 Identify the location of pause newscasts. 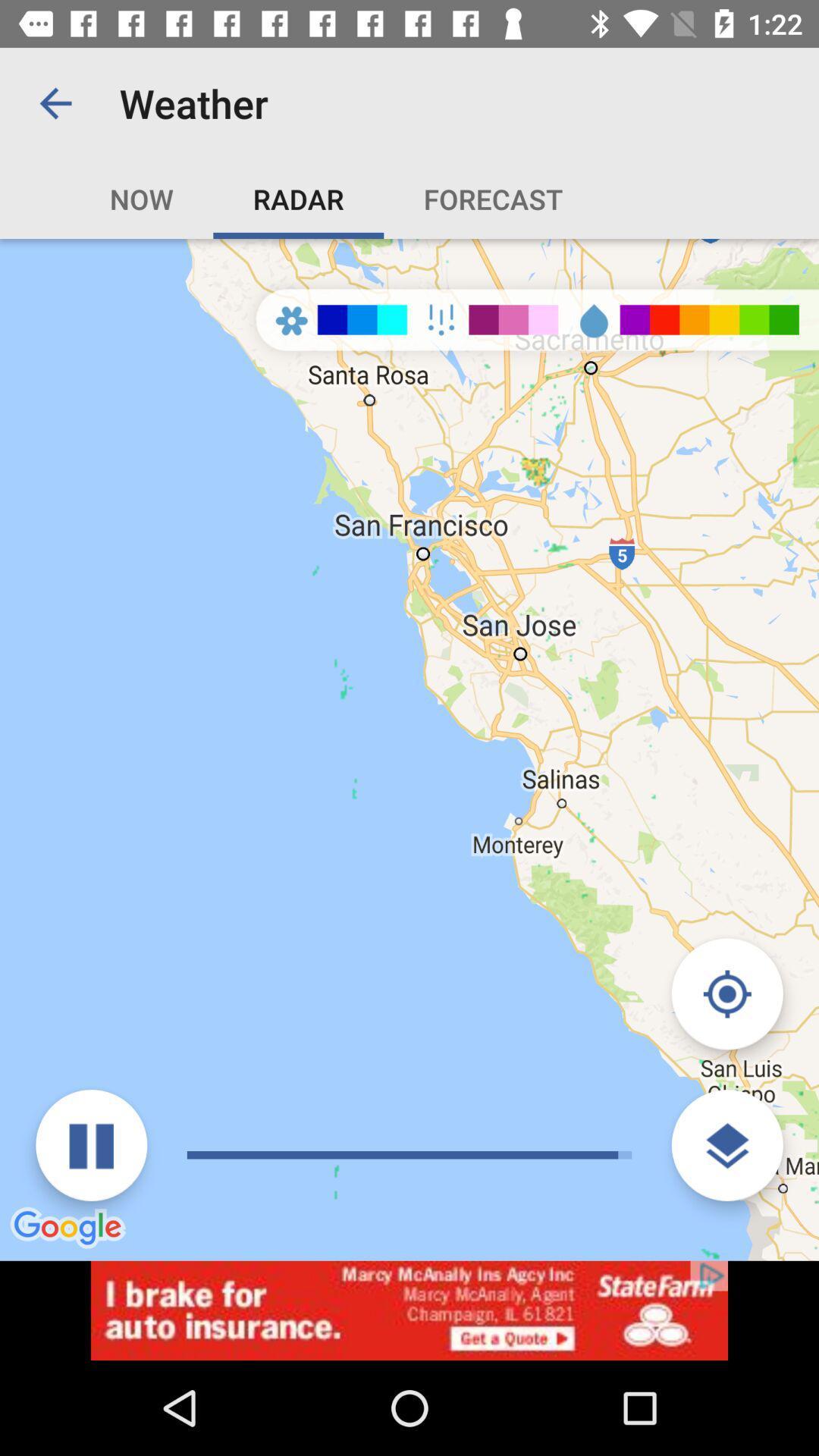
(91, 1145).